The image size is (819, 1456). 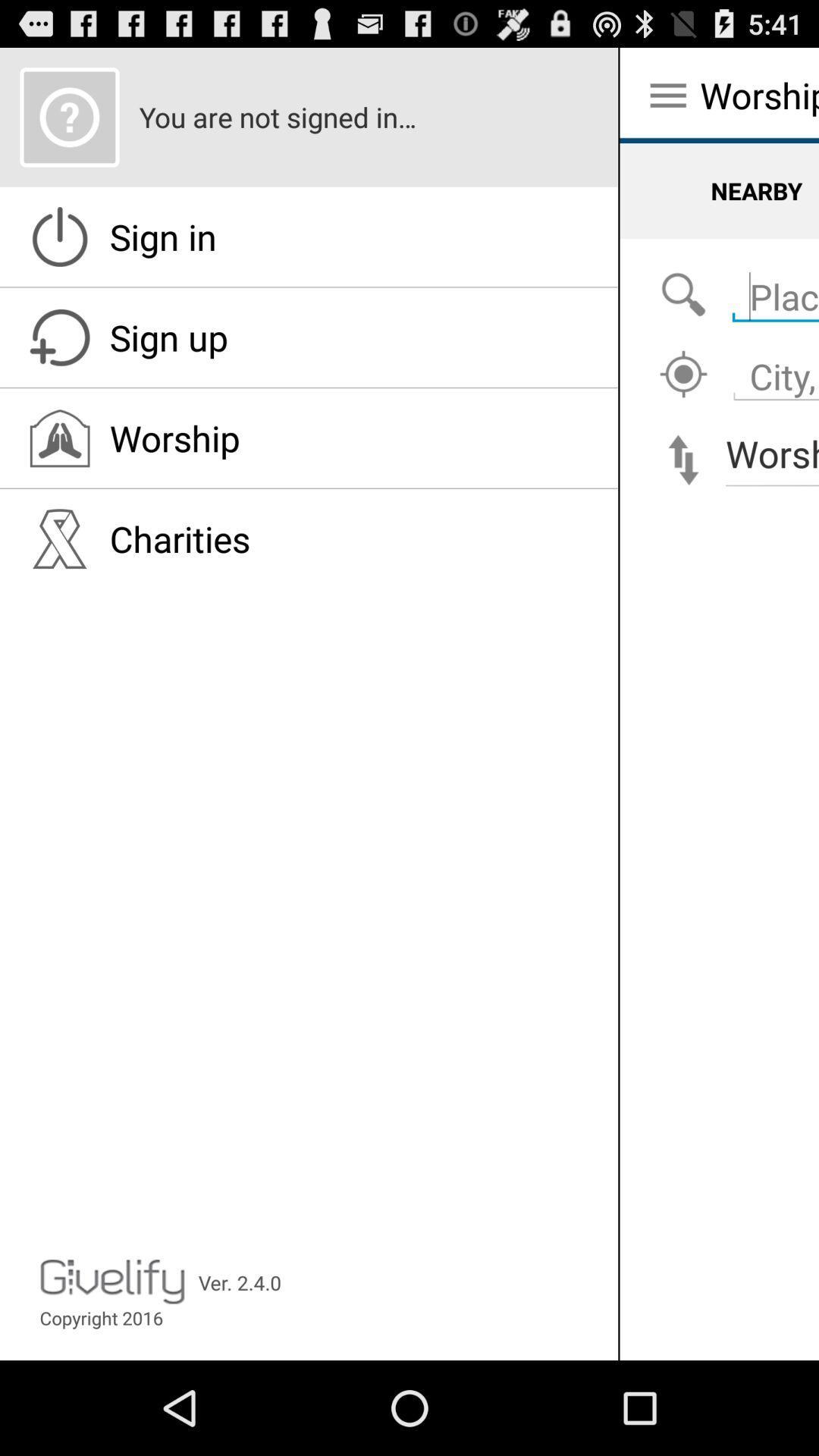 I want to click on location, so click(x=683, y=375).